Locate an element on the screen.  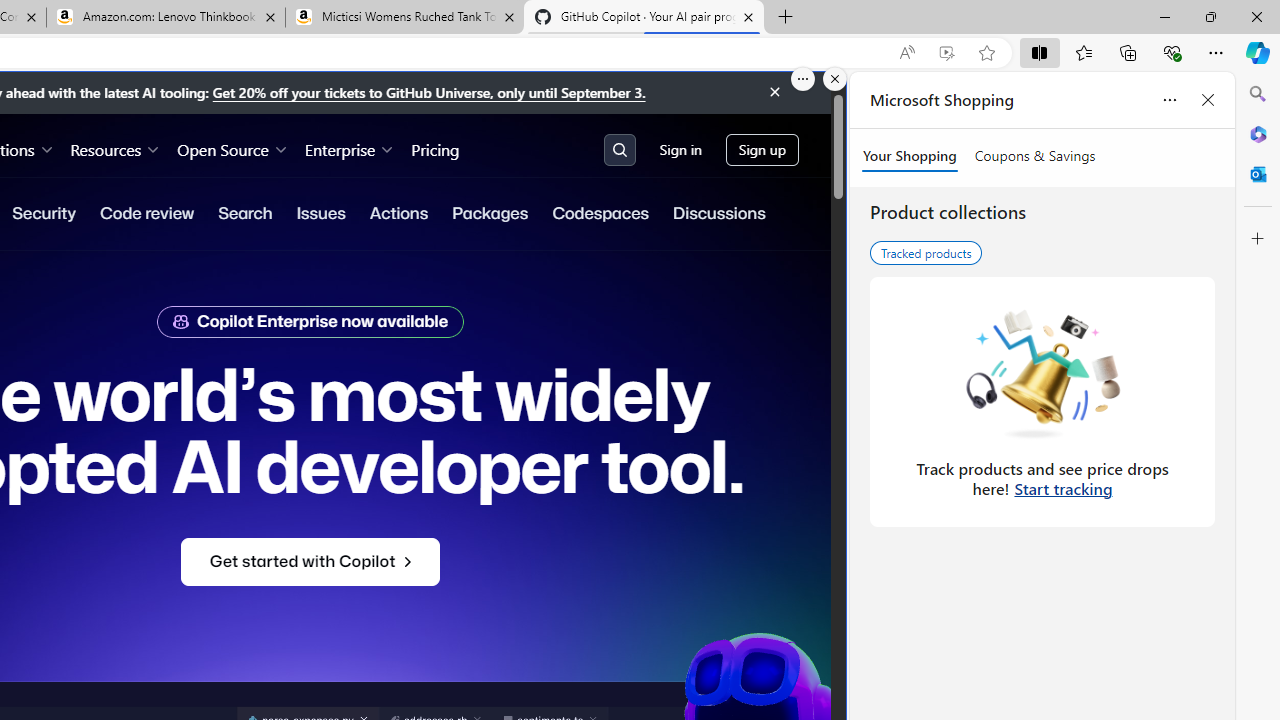
'Get started with Copilot' is located at coordinates (310, 561).